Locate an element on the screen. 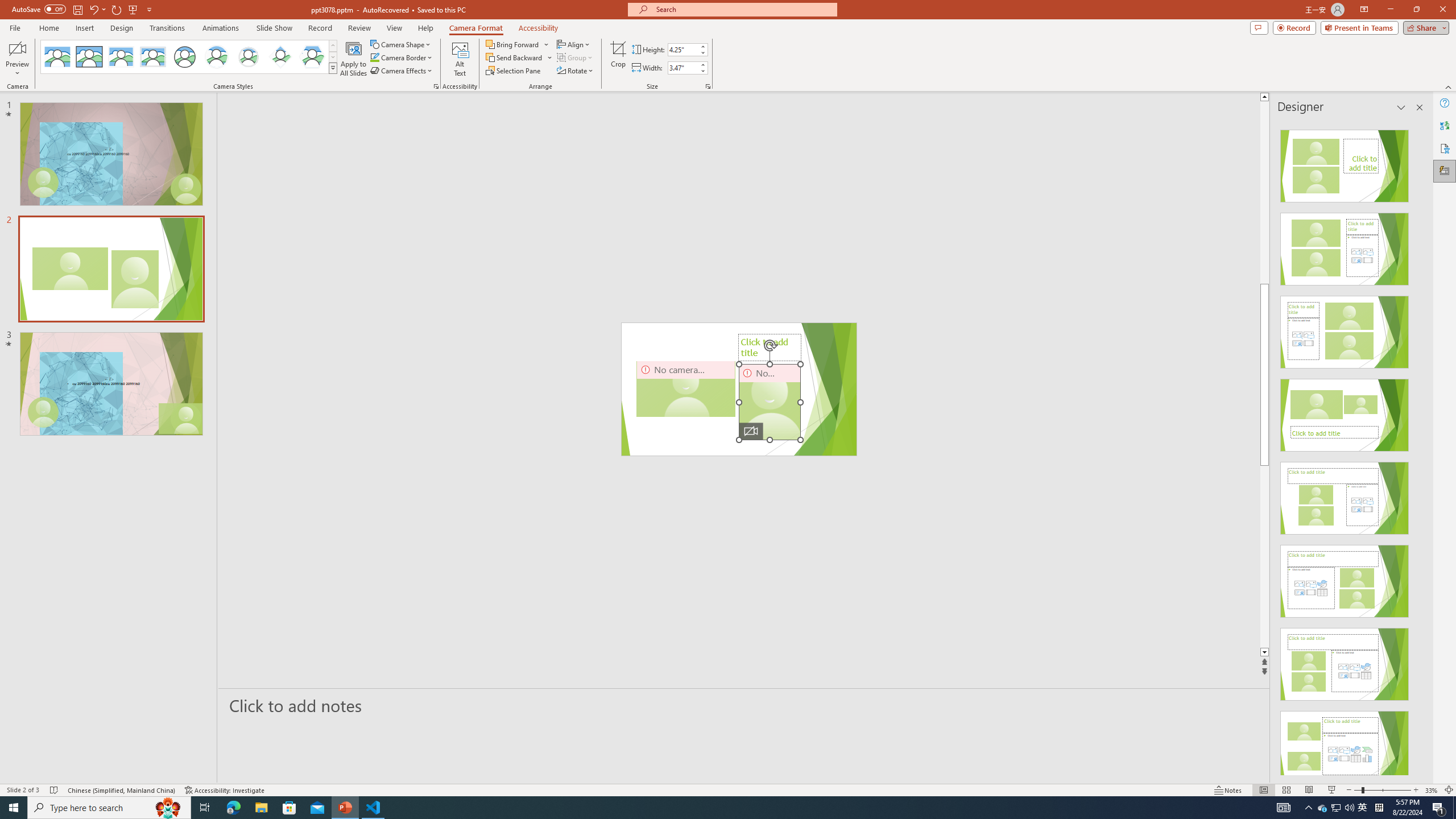 The height and width of the screenshot is (819, 1456). 'Cameo Width' is located at coordinates (682, 67).